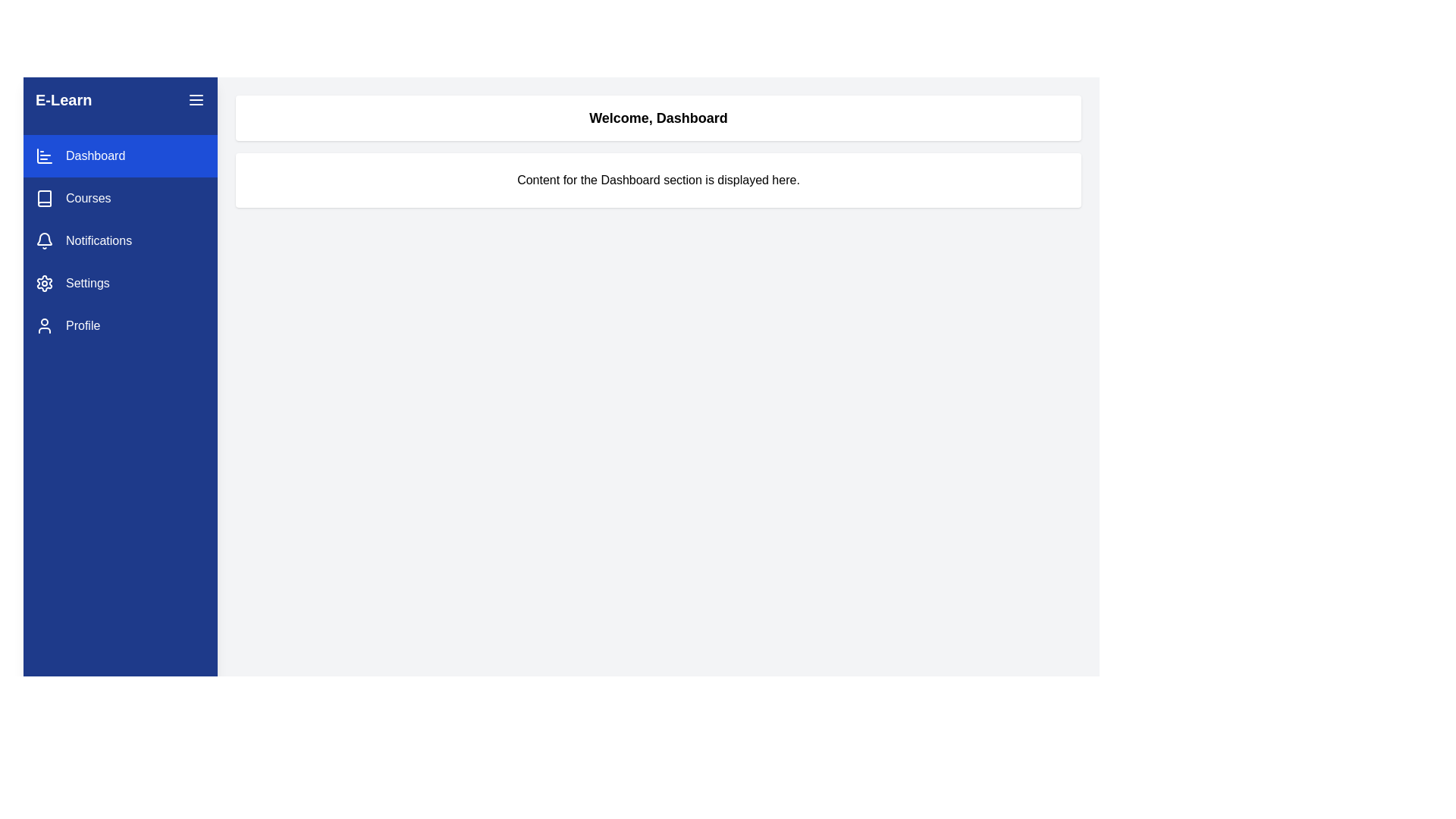 Image resolution: width=1456 pixels, height=819 pixels. I want to click on the text label that states 'Content for the Dashboard section is displayed here.', which is centrally located below the header 'Welcome, Dashboard', so click(658, 180).